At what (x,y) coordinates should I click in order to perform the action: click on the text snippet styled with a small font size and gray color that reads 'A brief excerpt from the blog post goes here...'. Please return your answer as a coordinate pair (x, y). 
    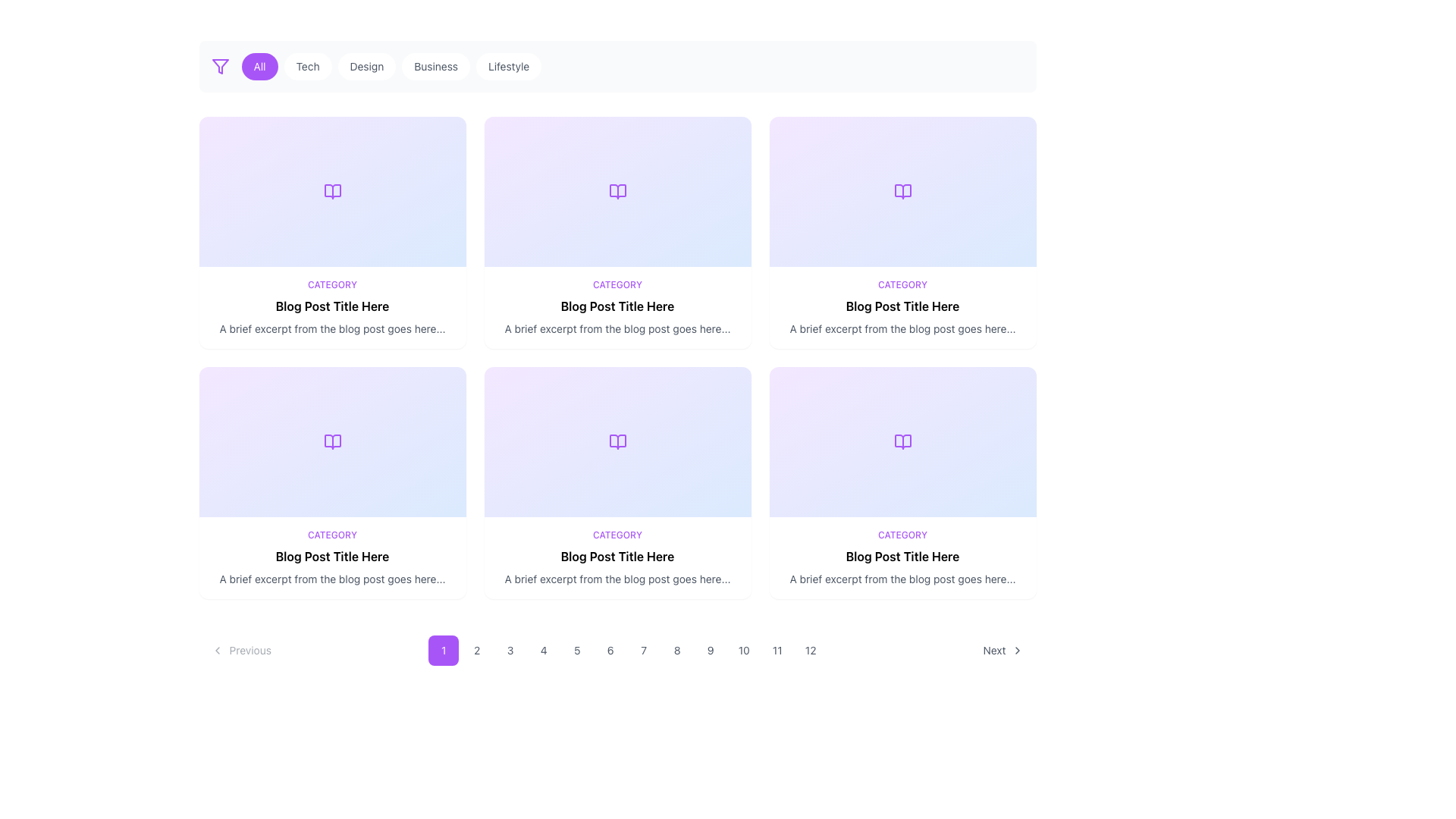
    Looking at the image, I should click on (617, 579).